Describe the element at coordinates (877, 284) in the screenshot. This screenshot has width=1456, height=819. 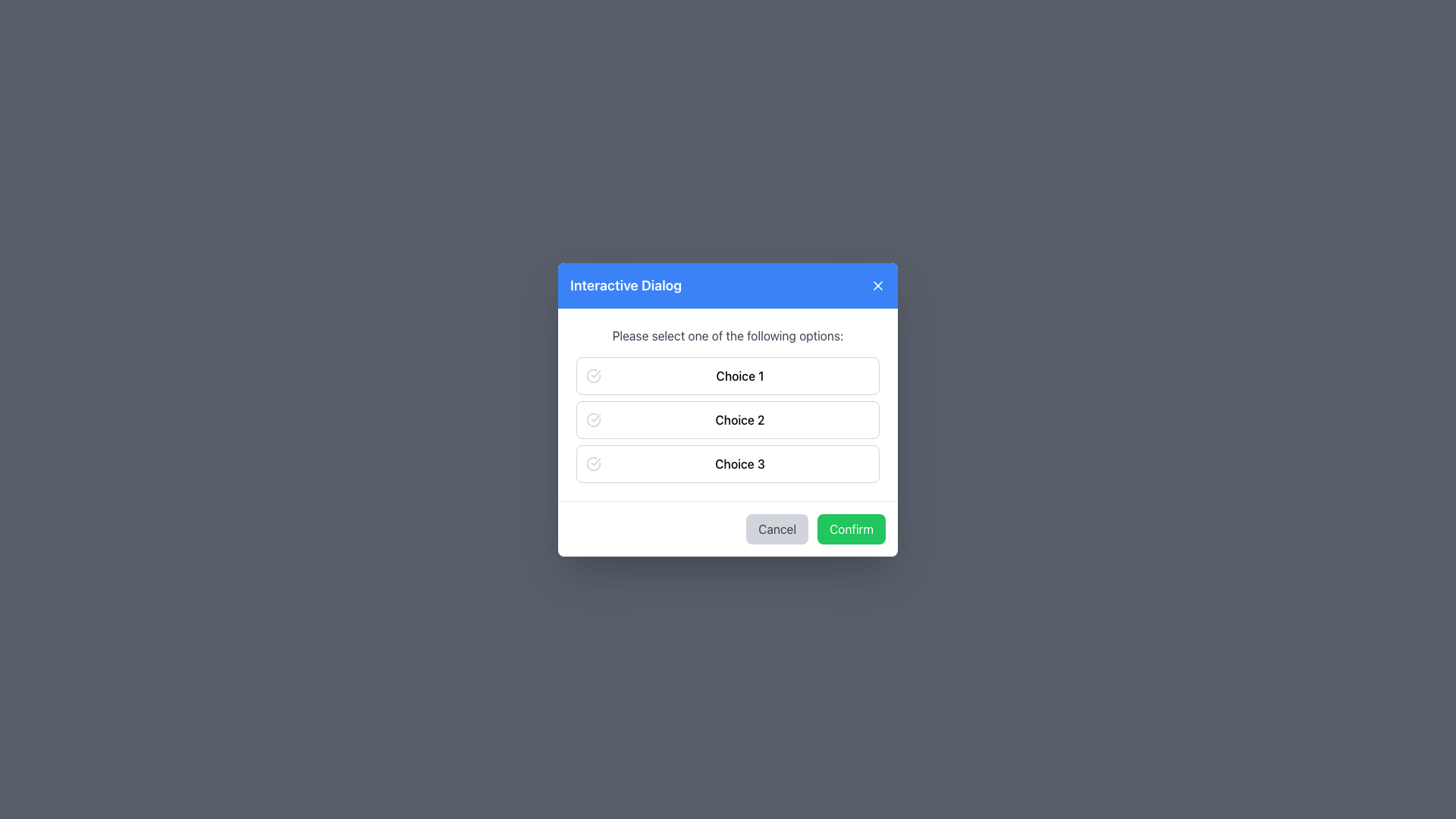
I see `the Close icon button located in the top-right corner of the modal dialog's header` at that location.